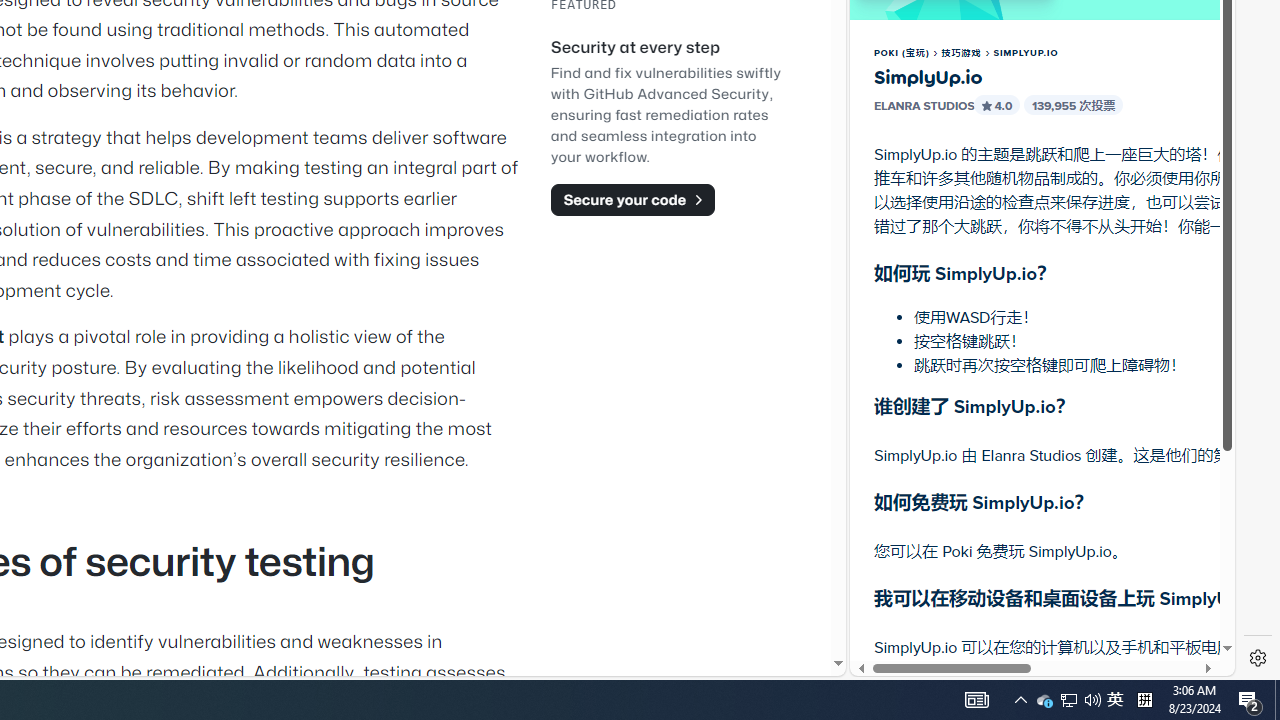  What do you see at coordinates (631, 199) in the screenshot?
I see `'Secure your code'` at bounding box center [631, 199].